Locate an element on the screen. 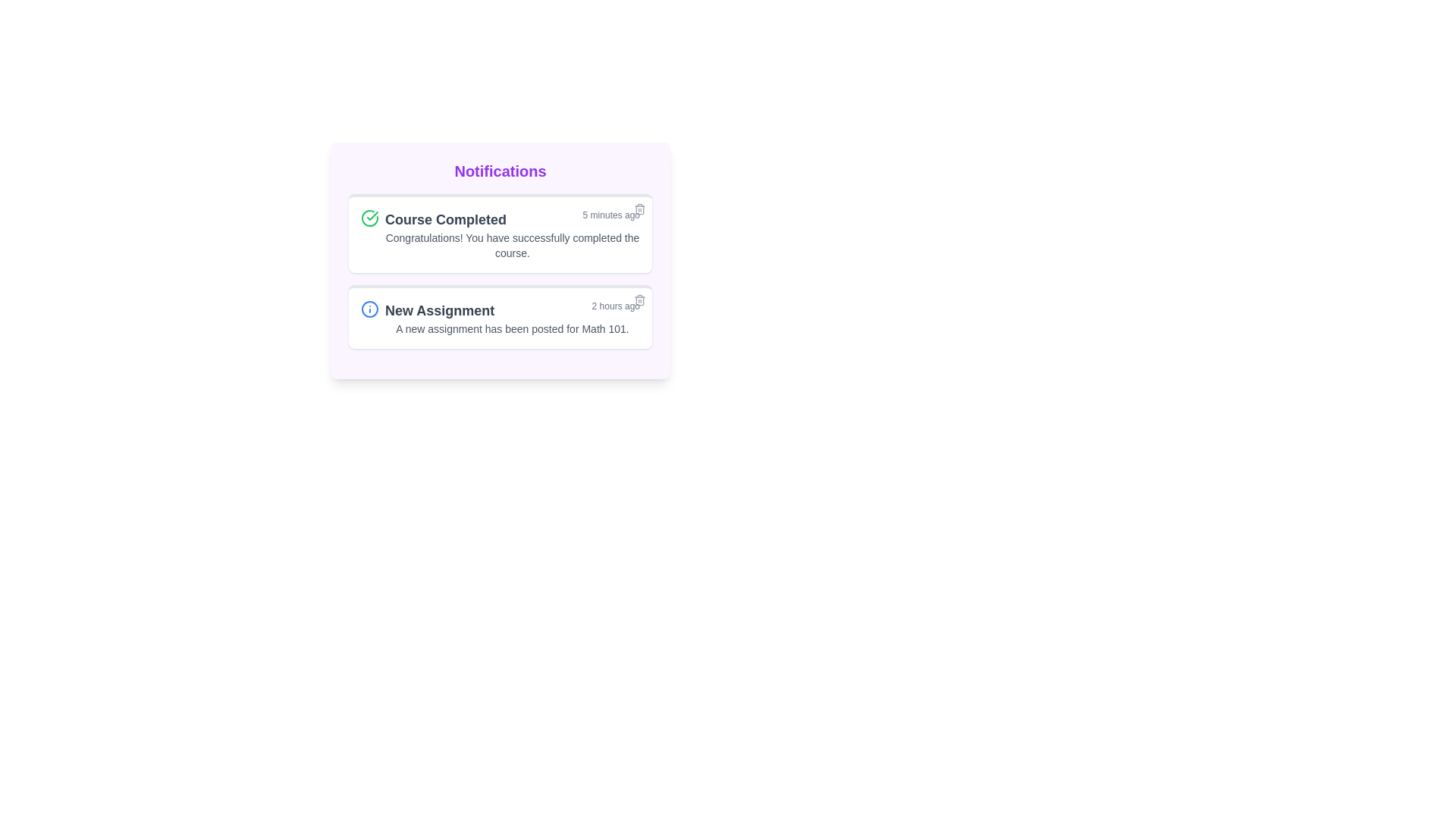 This screenshot has width=1456, height=819. the circular icon with a light blue border and white background located in the 'New Assignment' notification panel is located at coordinates (370, 309).